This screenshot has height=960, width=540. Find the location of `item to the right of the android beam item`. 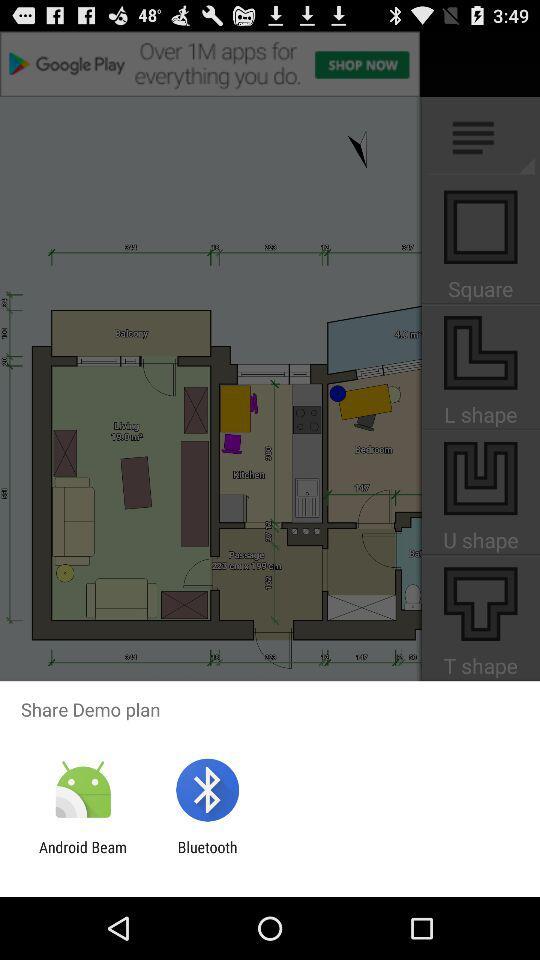

item to the right of the android beam item is located at coordinates (206, 855).